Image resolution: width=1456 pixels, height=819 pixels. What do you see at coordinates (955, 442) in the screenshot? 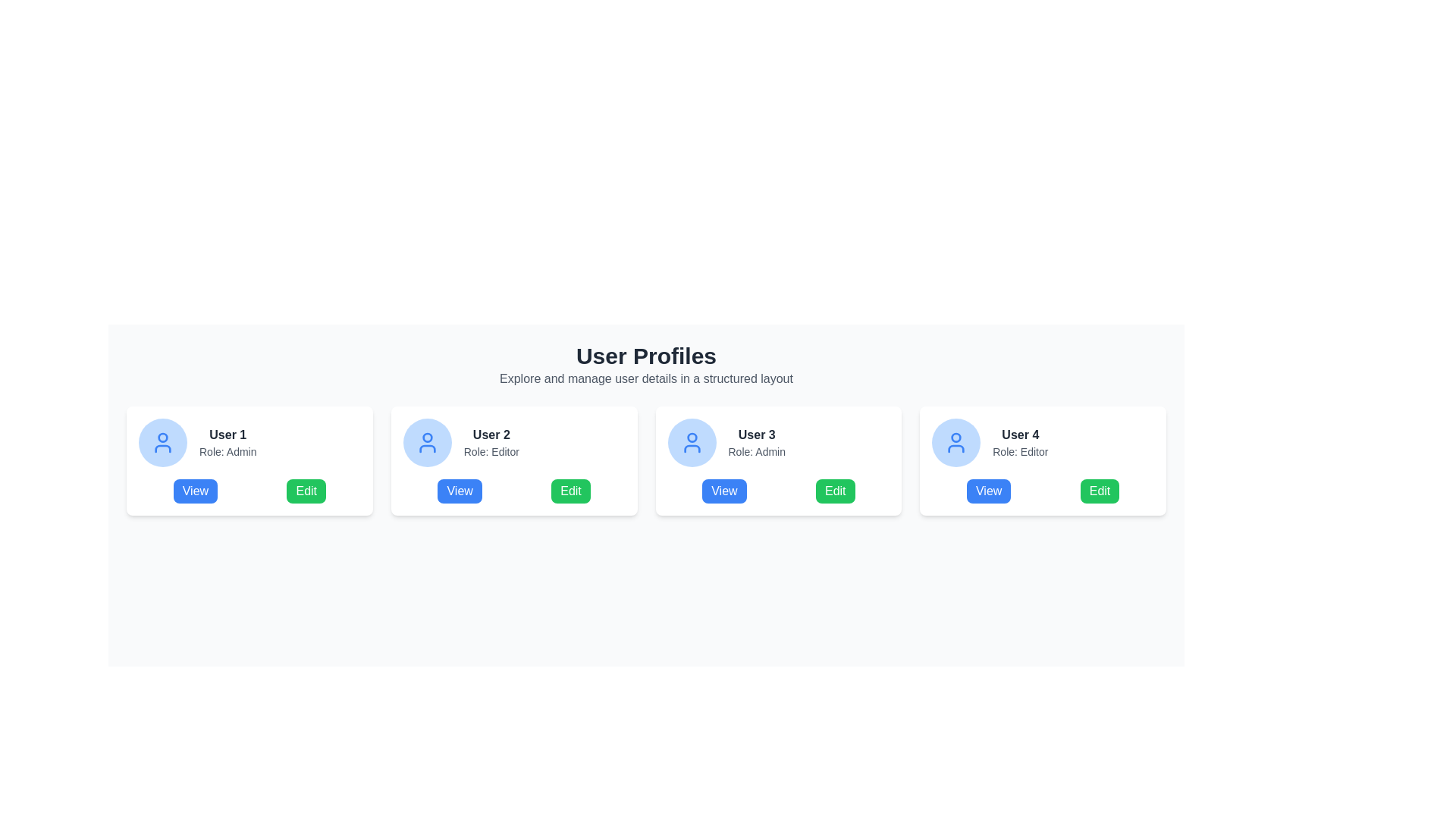
I see `the user profile icon representing 'User 4' in the card interface labeled 'User 4 Role: Editor'` at bounding box center [955, 442].